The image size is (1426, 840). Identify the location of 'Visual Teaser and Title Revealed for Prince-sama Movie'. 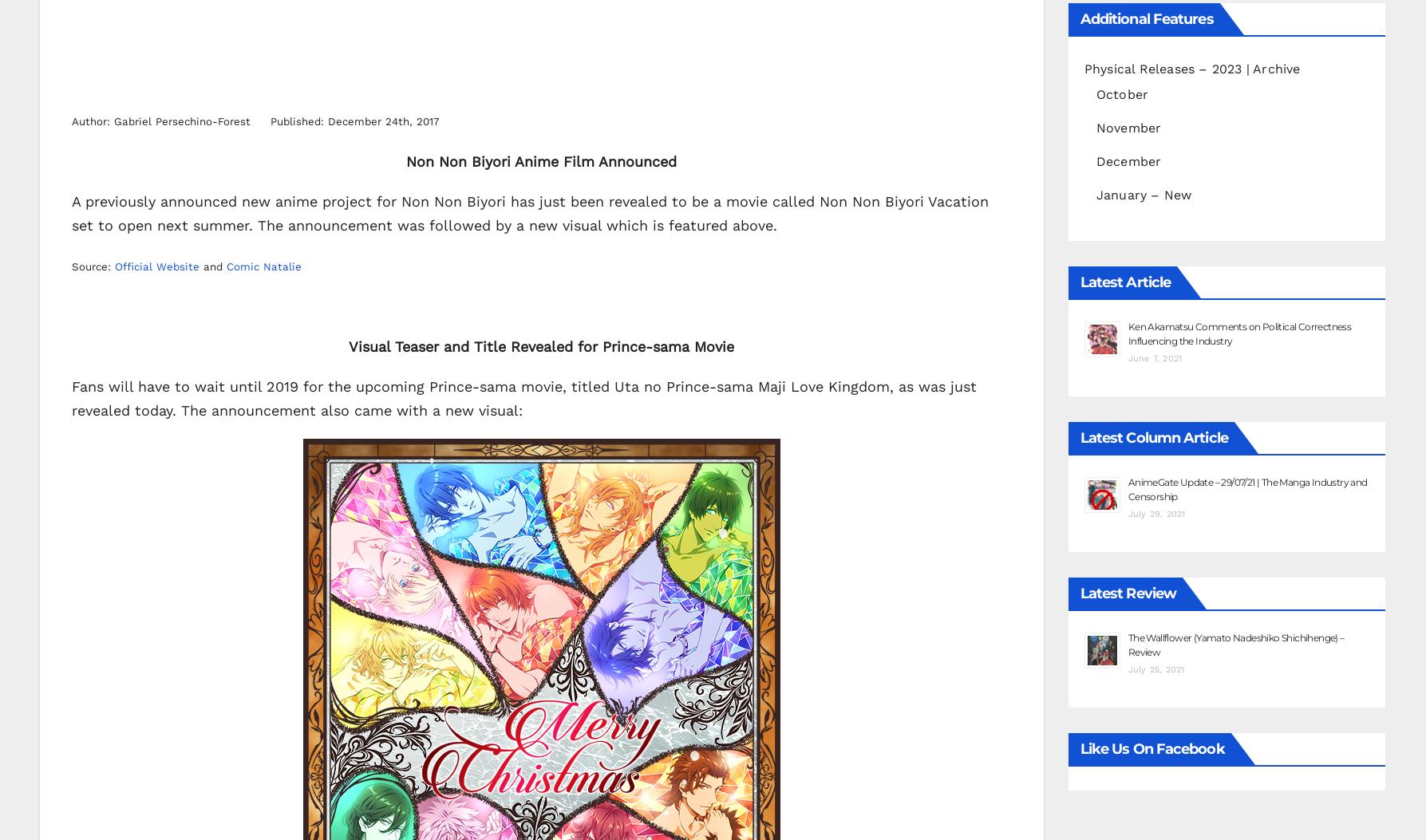
(540, 345).